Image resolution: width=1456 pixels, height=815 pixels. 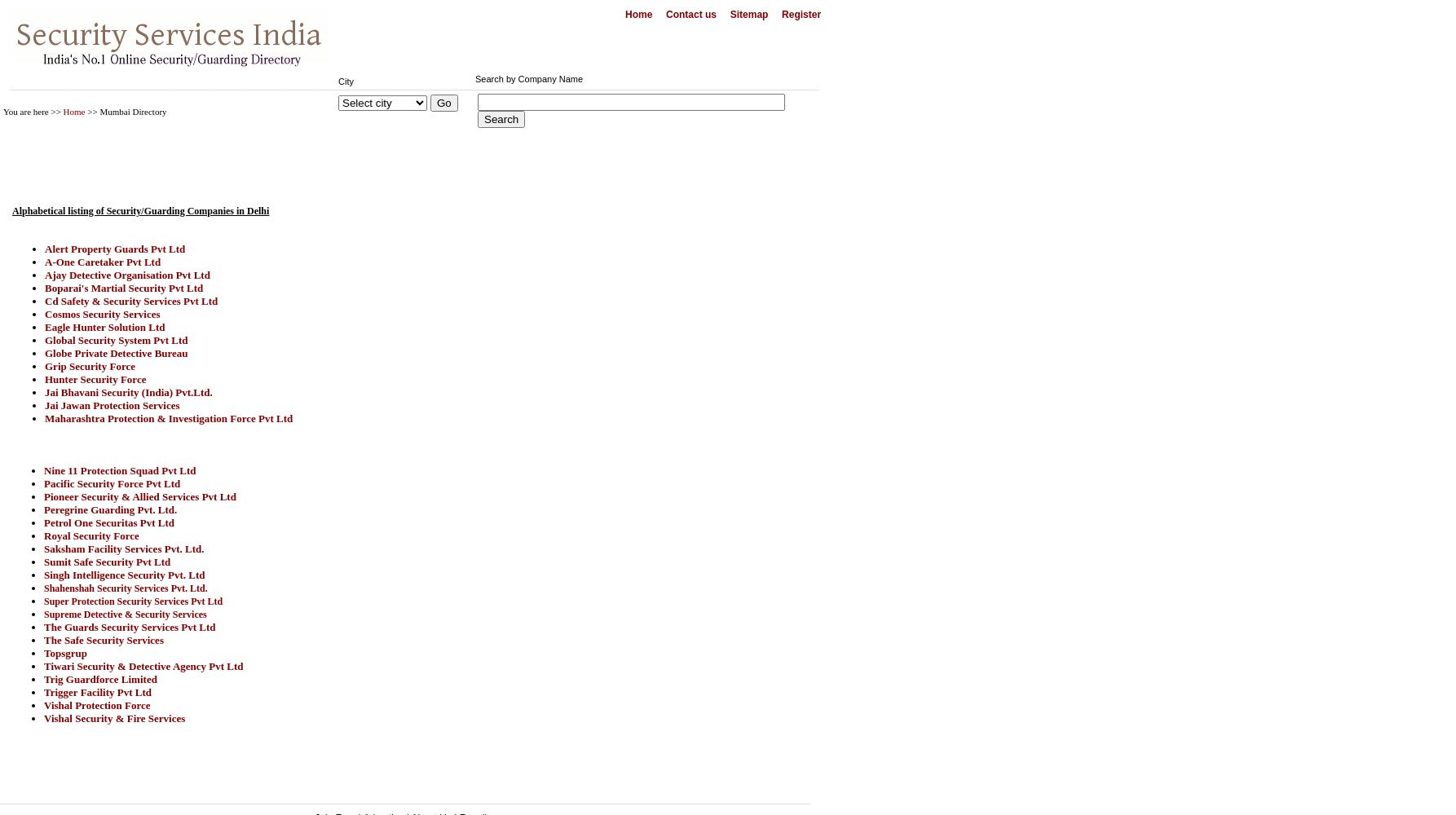 What do you see at coordinates (126, 274) in the screenshot?
I see `'Ajay Detective Organisation Pvt Ltd'` at bounding box center [126, 274].